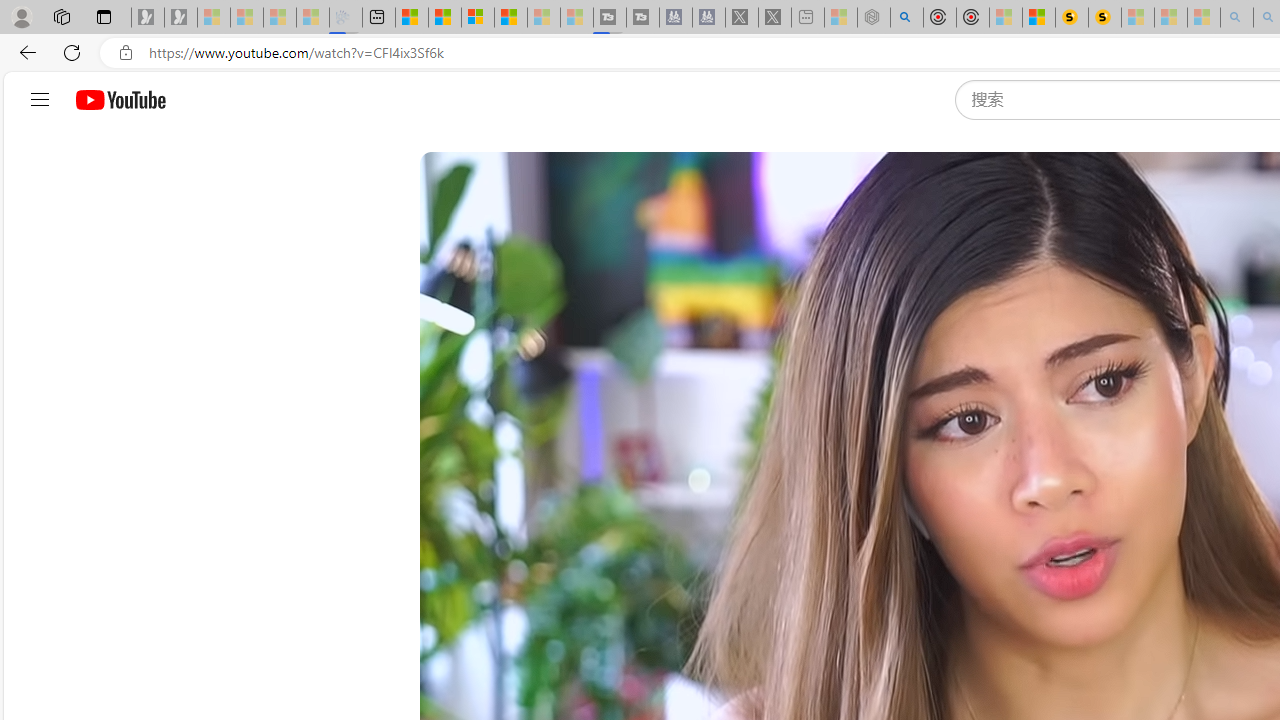 This screenshot has width=1280, height=720. I want to click on 'amazon - Search - Sleeping', so click(1236, 17).